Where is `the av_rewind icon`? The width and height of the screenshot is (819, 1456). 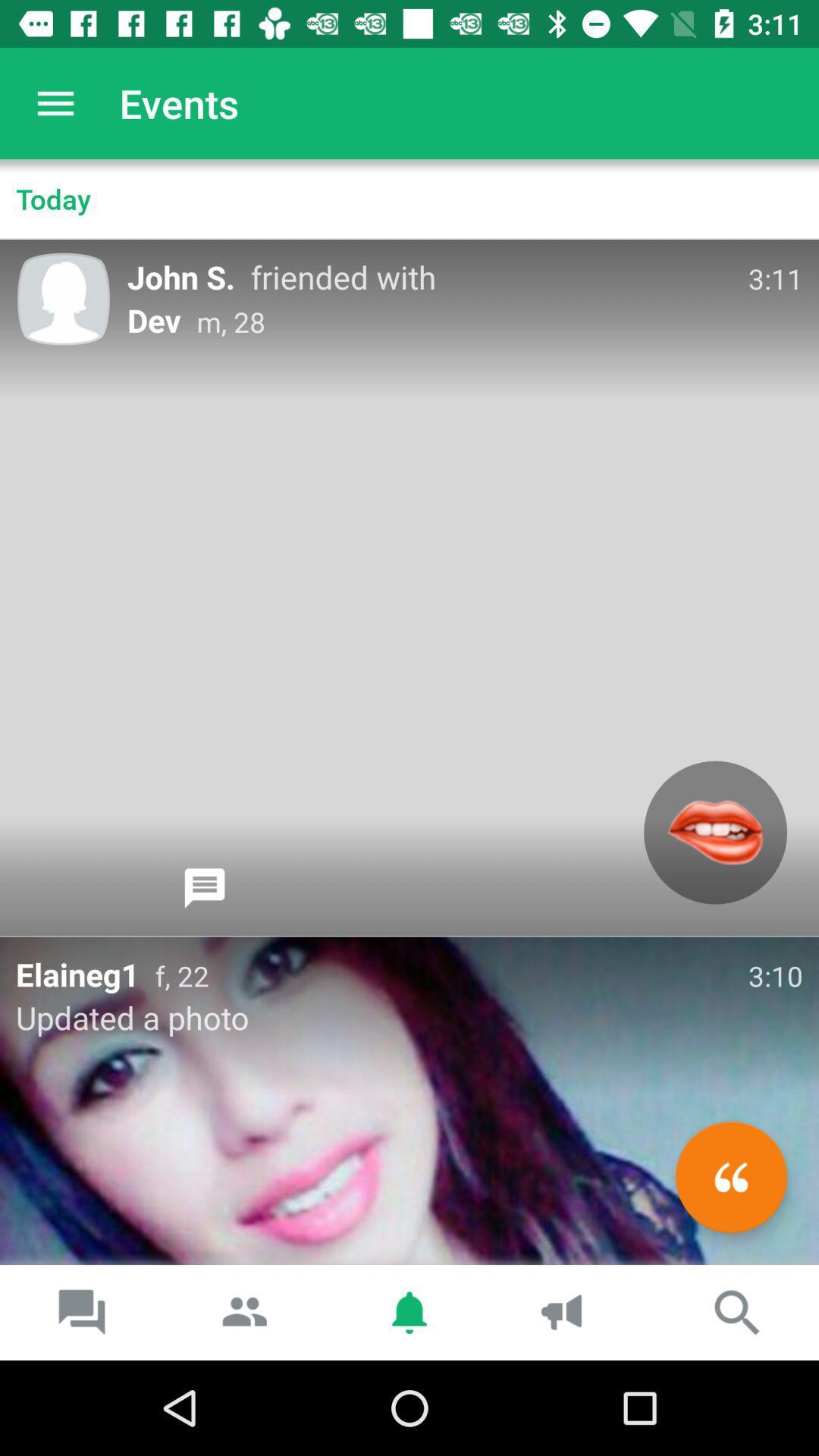
the av_rewind icon is located at coordinates (730, 1176).